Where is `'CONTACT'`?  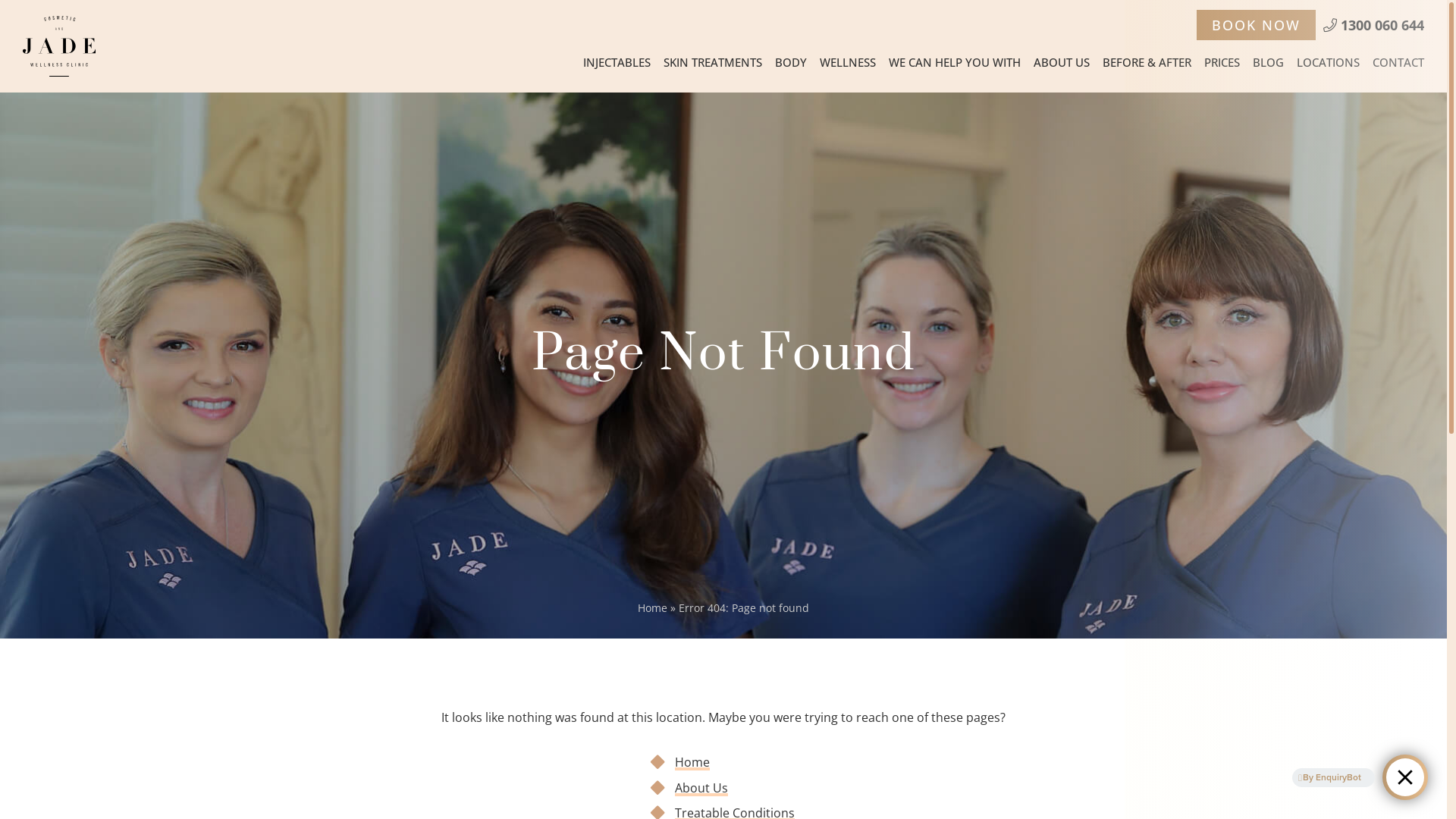 'CONTACT' is located at coordinates (1397, 61).